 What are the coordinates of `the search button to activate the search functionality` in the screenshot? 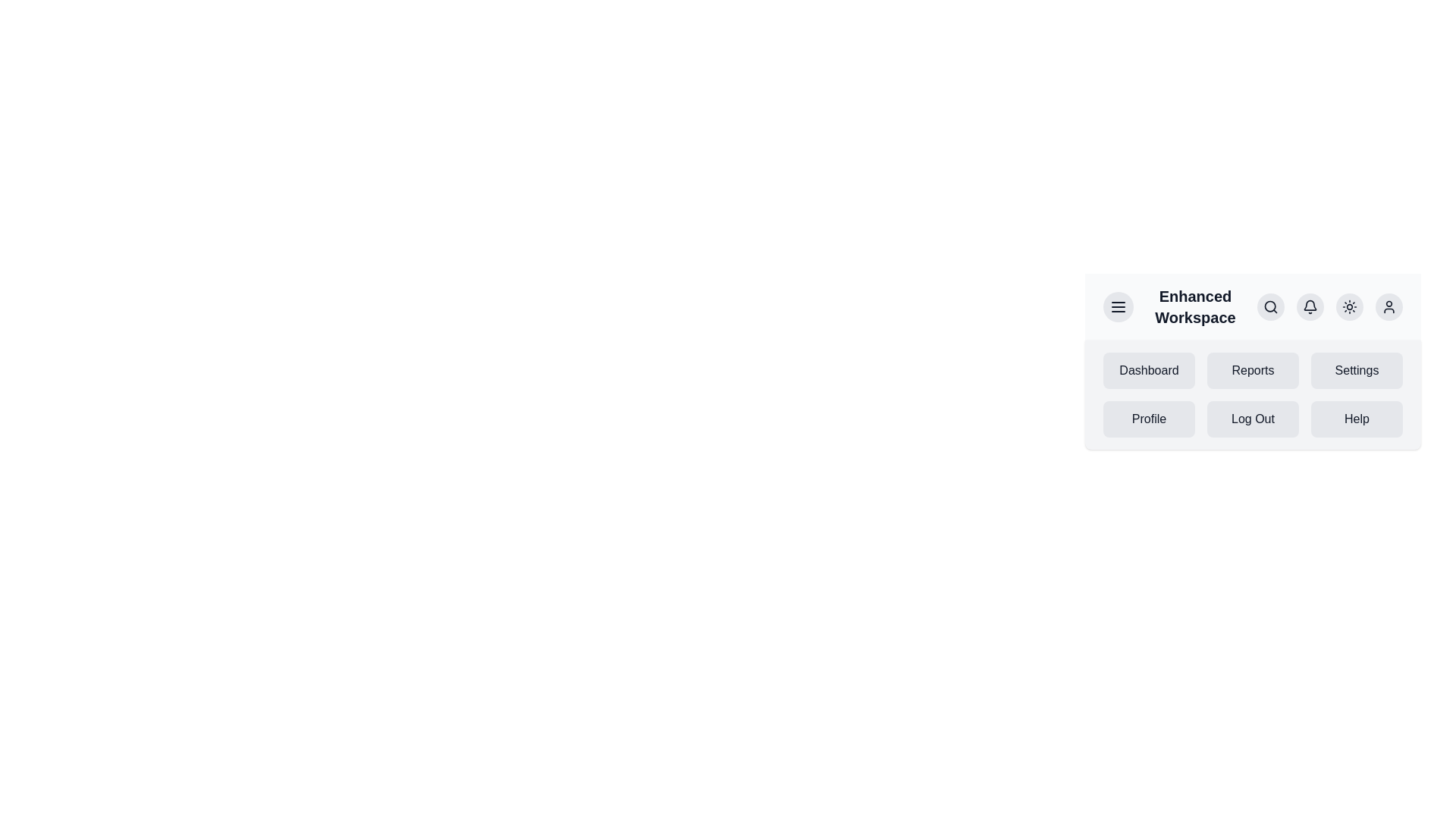 It's located at (1270, 307).